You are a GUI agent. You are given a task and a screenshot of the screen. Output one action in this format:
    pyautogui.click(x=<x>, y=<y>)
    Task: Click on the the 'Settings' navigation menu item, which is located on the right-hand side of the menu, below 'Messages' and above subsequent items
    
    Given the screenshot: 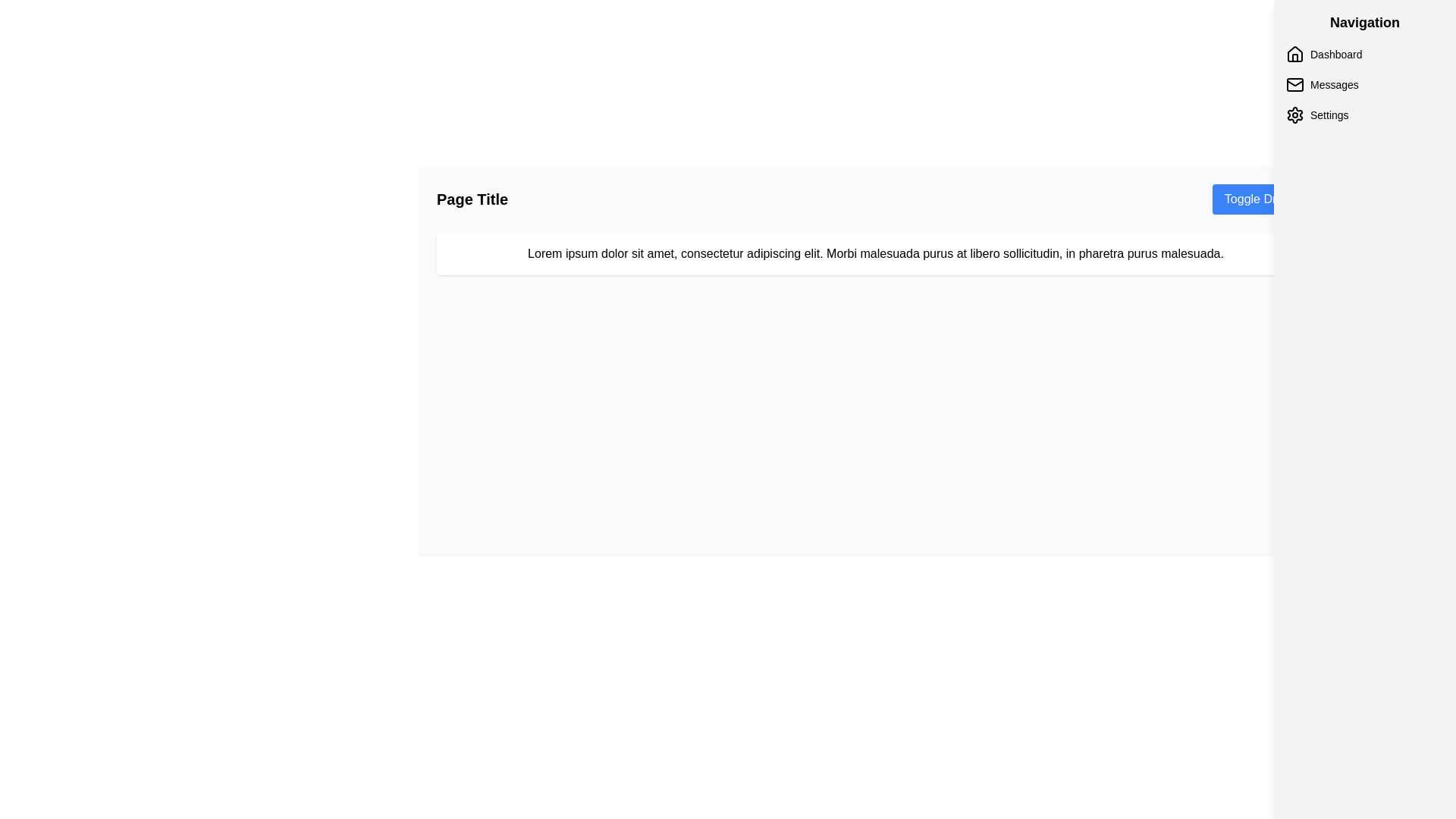 What is the action you would take?
    pyautogui.click(x=1365, y=114)
    